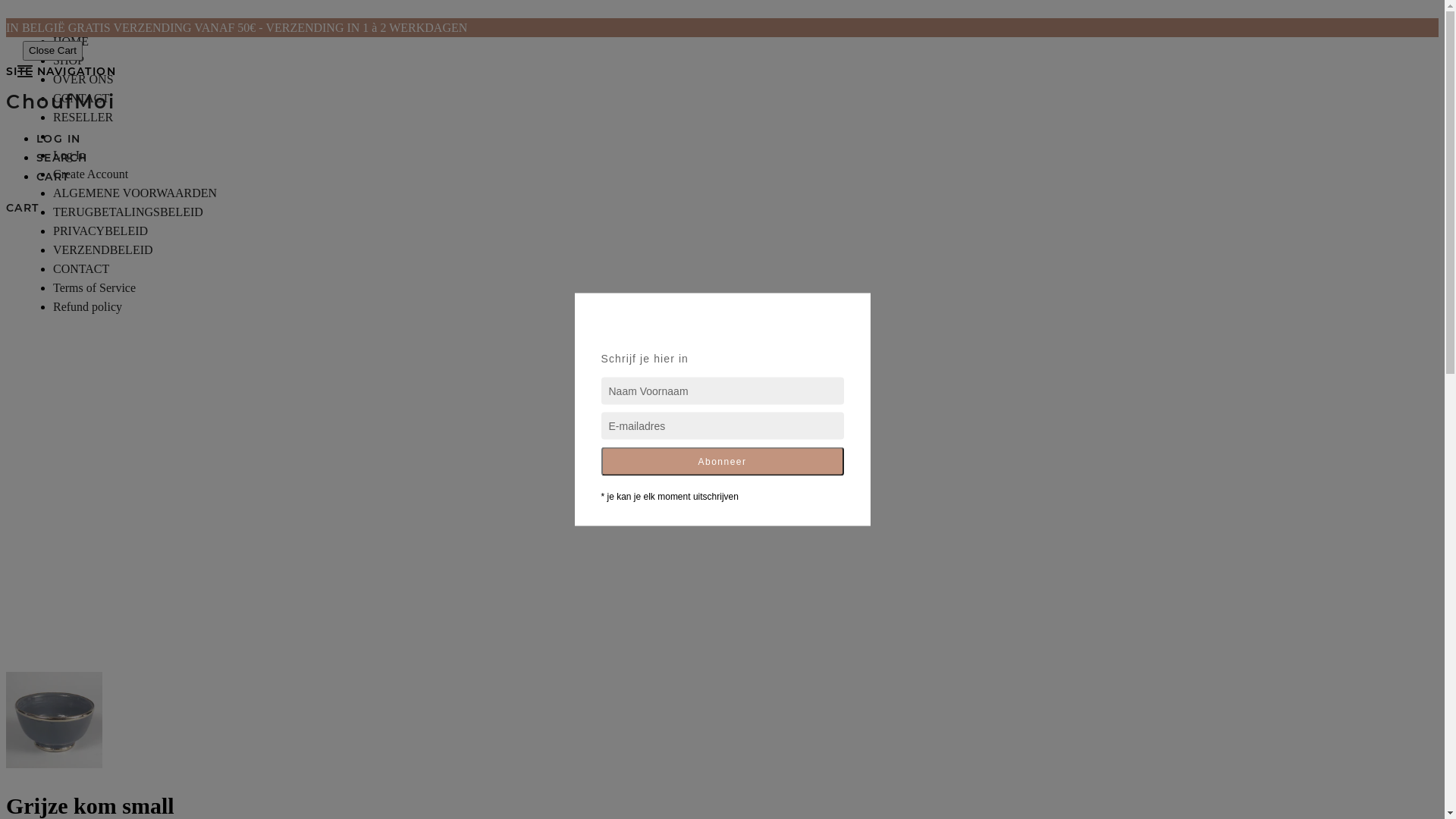 This screenshot has height=819, width=1456. Describe the element at coordinates (83, 79) in the screenshot. I see `'OVER ONS'` at that location.